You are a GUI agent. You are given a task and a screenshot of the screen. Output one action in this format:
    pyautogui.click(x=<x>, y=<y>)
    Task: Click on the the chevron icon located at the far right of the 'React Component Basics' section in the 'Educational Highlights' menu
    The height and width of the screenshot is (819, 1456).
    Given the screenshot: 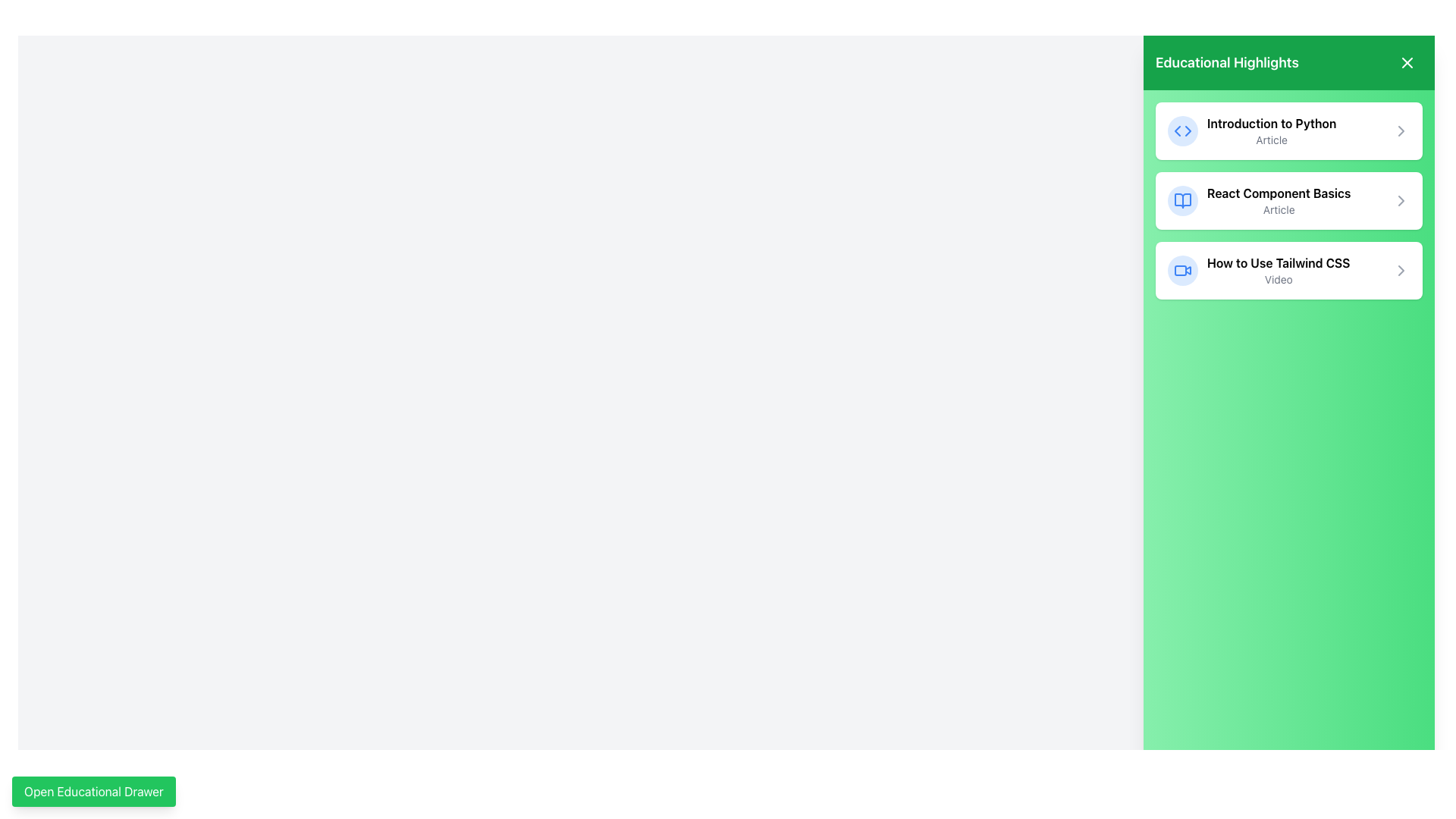 What is the action you would take?
    pyautogui.click(x=1401, y=200)
    